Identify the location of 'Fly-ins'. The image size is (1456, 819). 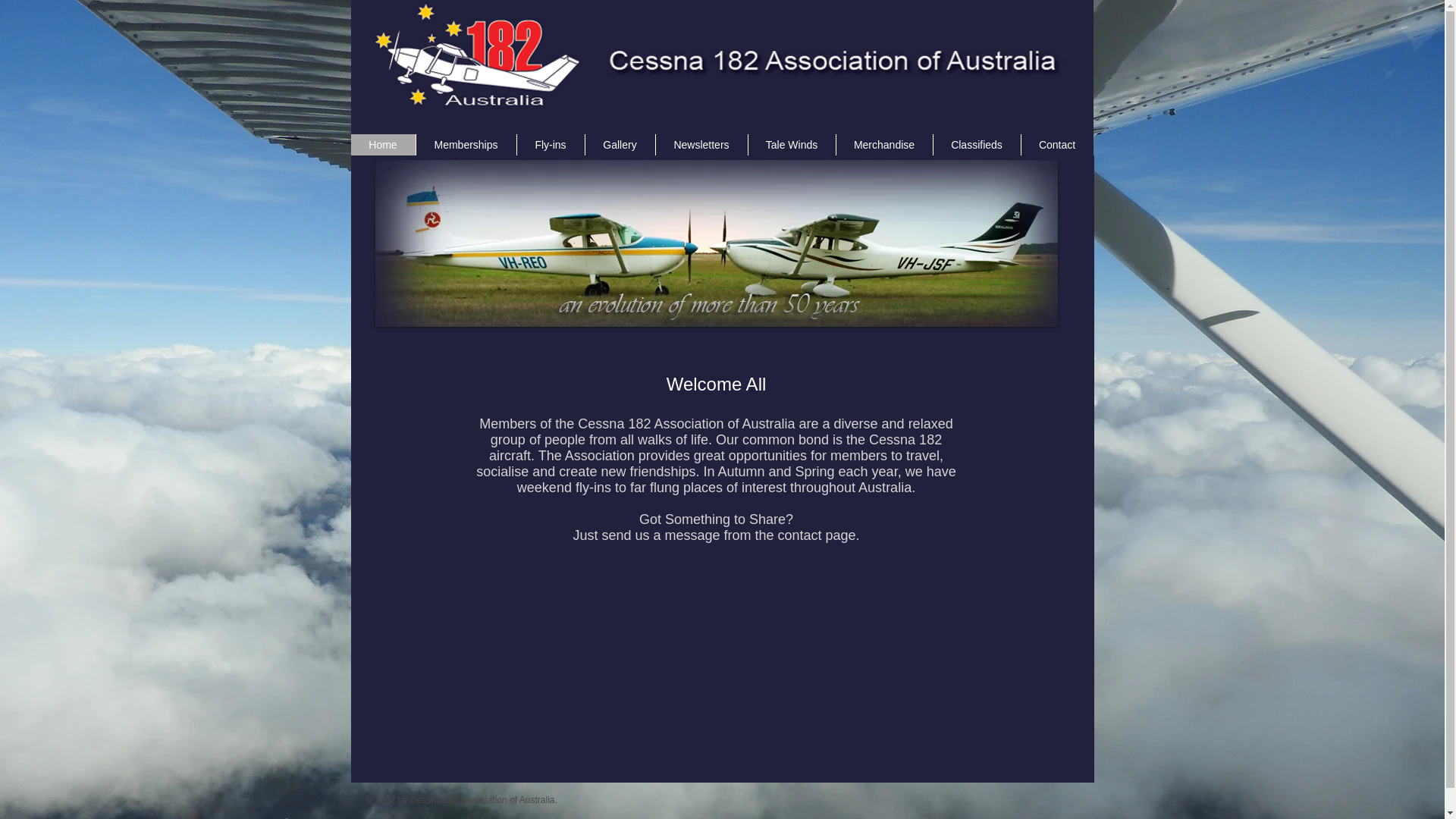
(548, 145).